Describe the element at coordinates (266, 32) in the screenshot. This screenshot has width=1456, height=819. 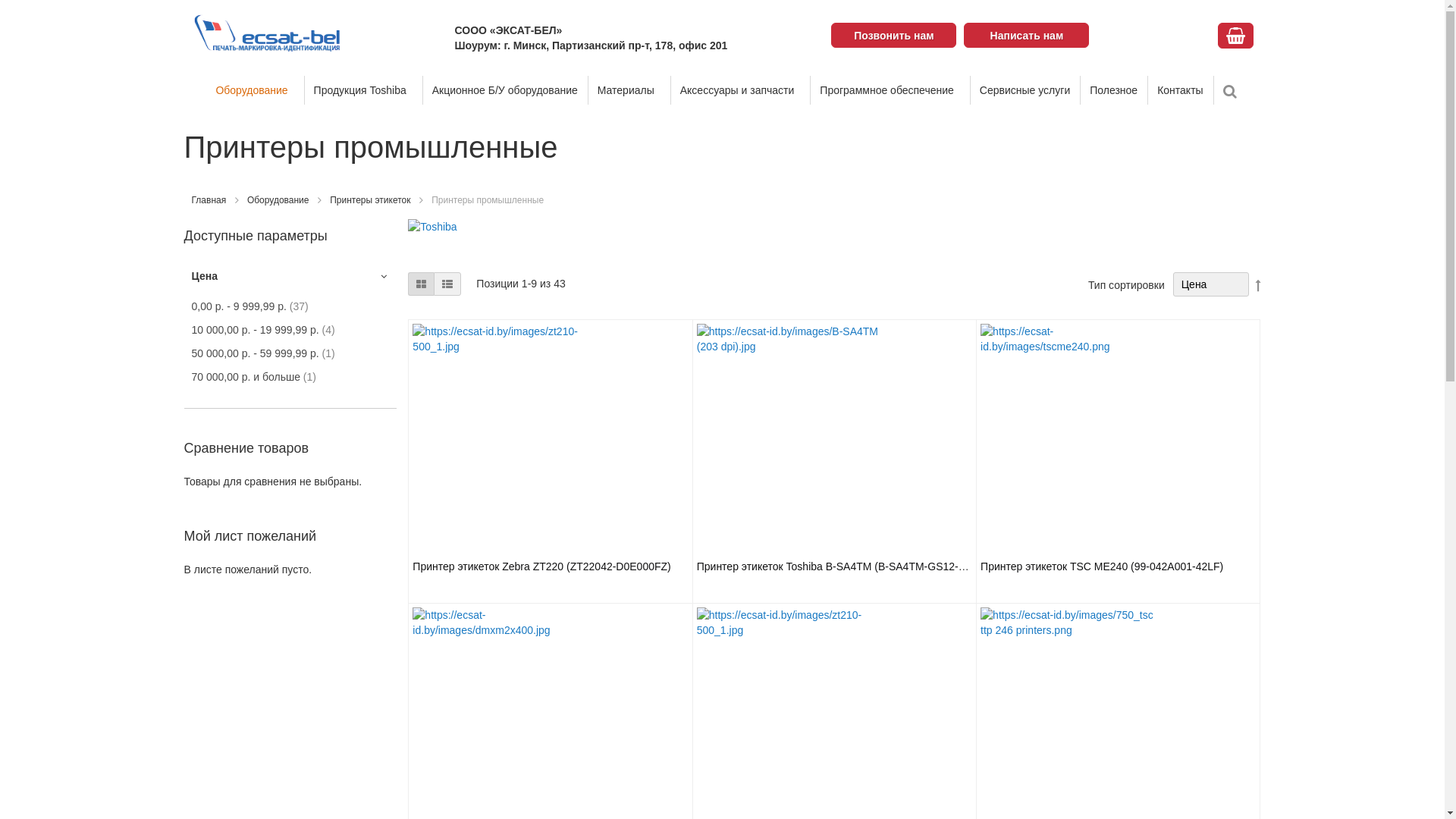
I see `'Ecsat-bel'` at that location.